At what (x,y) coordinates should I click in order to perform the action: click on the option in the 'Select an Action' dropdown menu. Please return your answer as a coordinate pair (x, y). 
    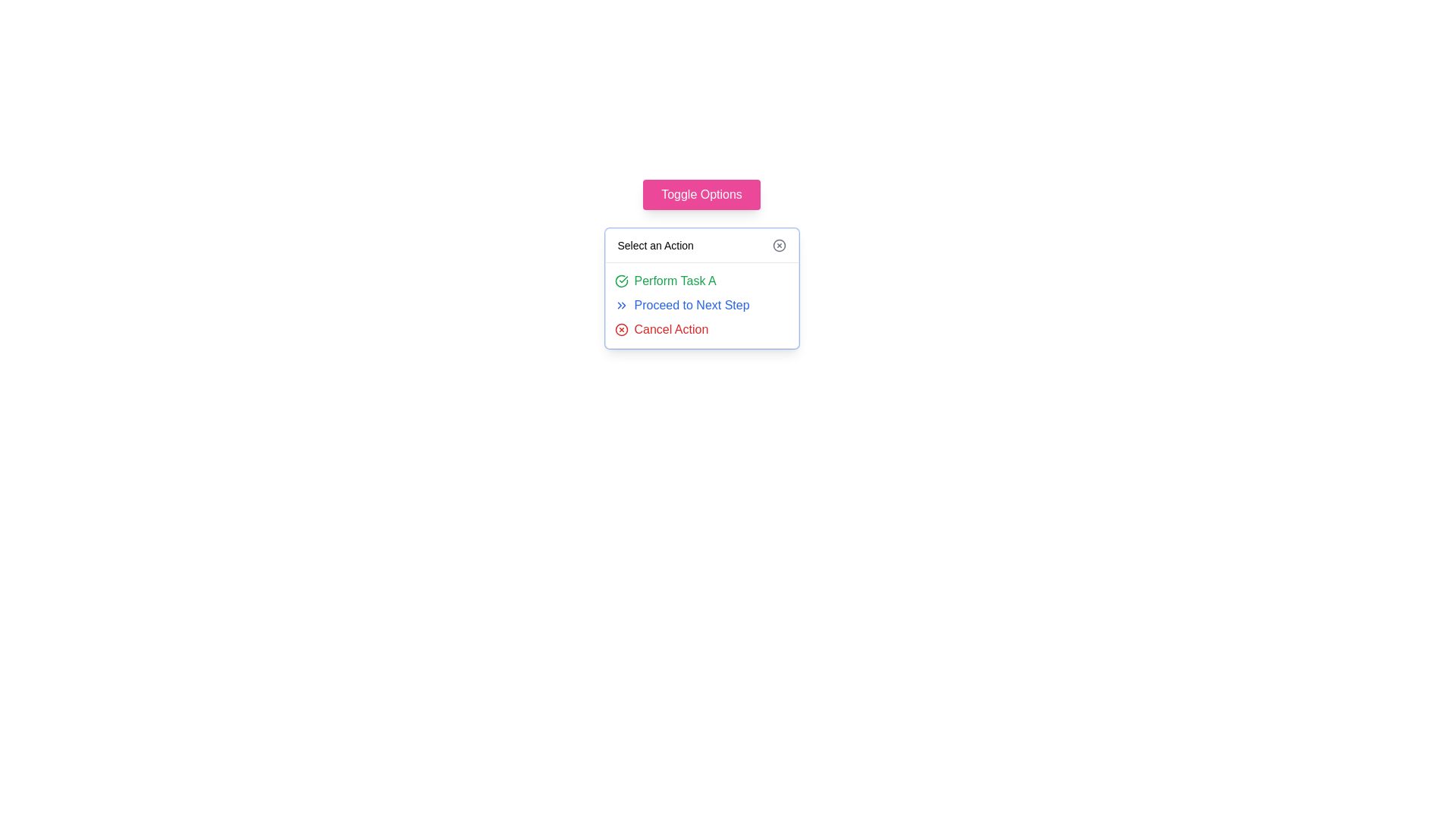
    Looking at the image, I should click on (701, 288).